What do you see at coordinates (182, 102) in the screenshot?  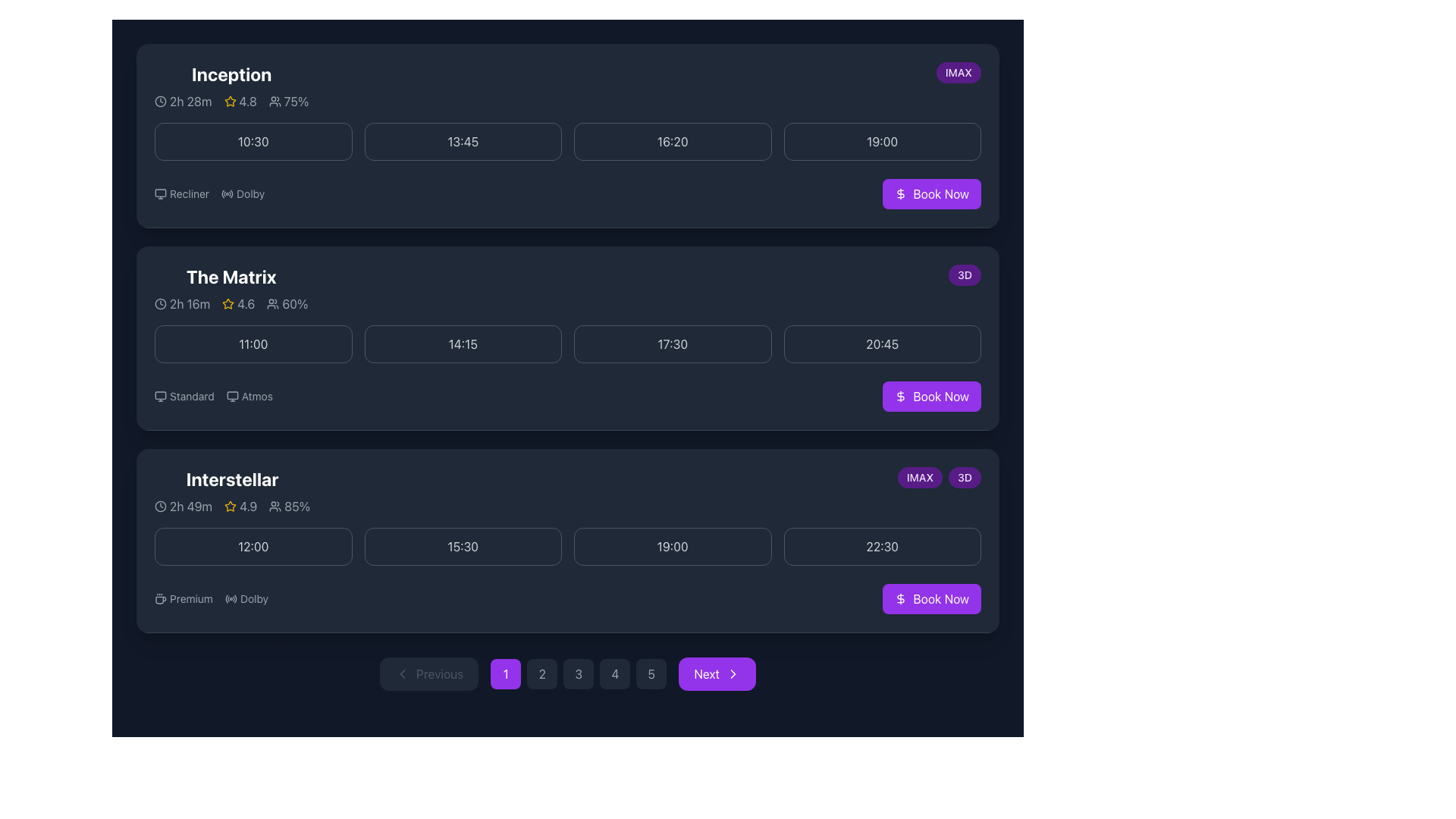 I see `the static text displaying the runtime duration of the movie 'Inception', which is located at the top left segment of the 'Inception' section, immediately following the movie's title` at bounding box center [182, 102].